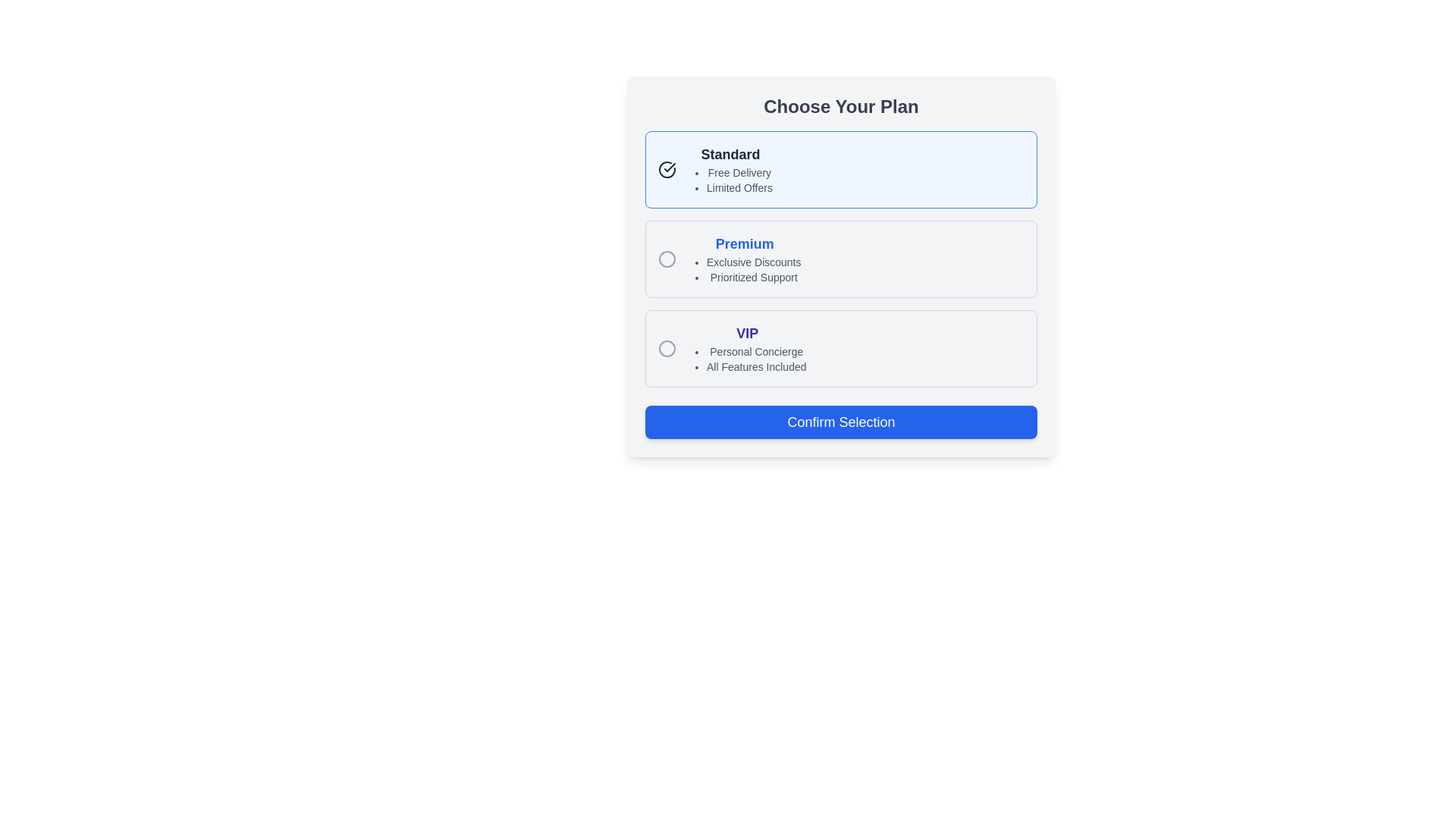  I want to click on the text element displaying 'Personal Concierge' in light gray, which is located below the 'VIP' plan label and above 'All Features Included', so click(756, 351).